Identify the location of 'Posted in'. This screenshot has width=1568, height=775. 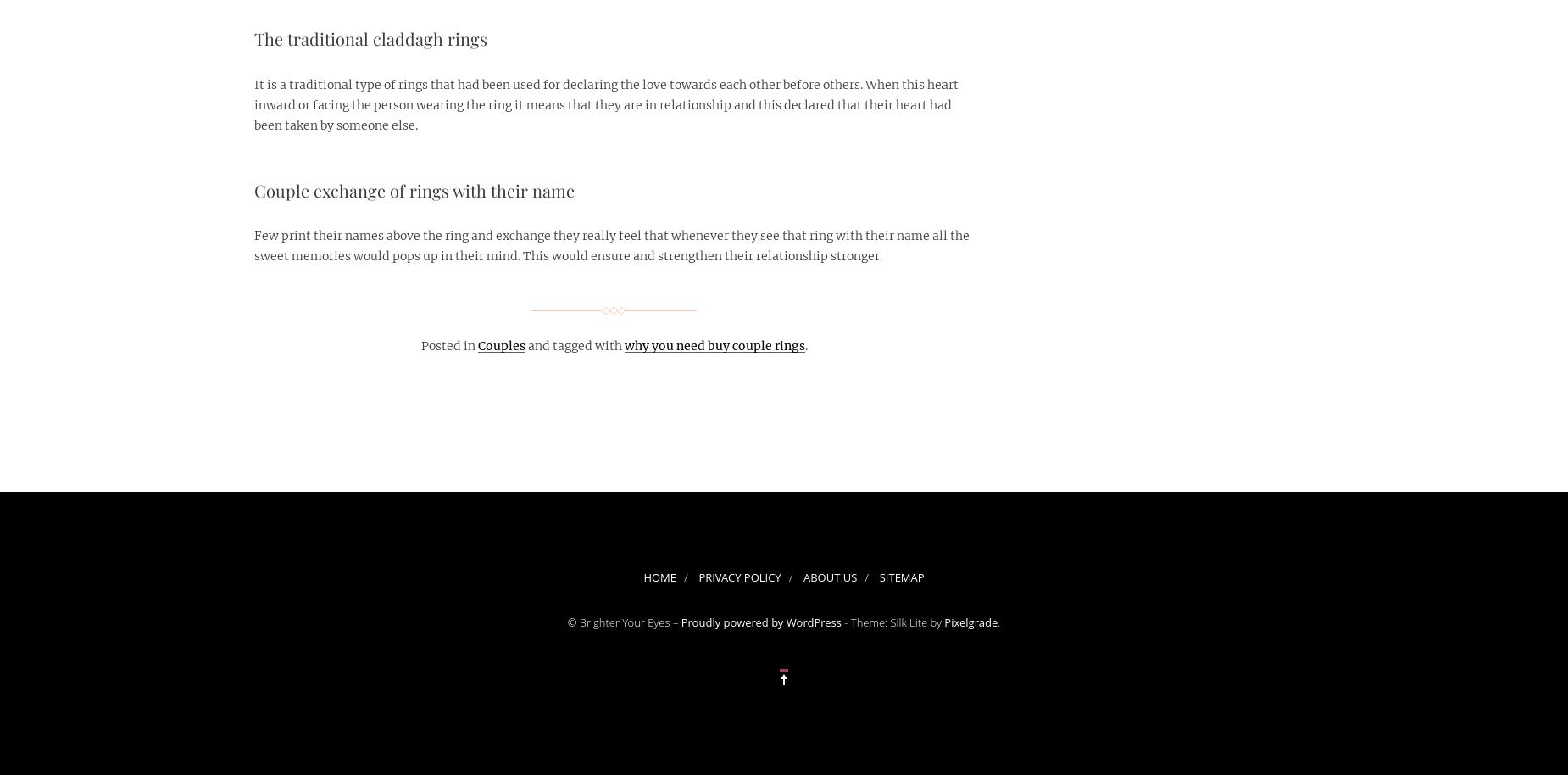
(420, 345).